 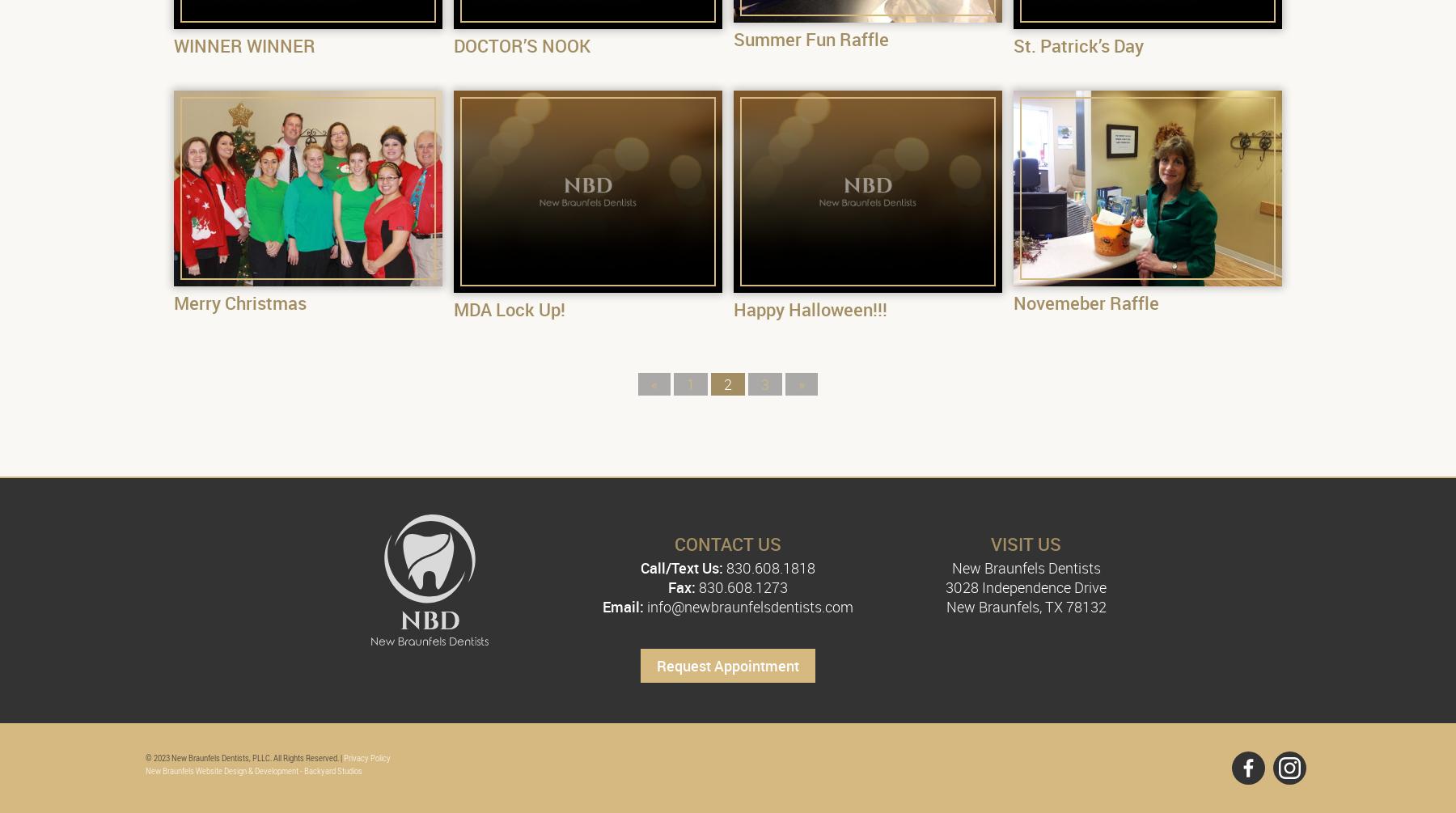 I want to click on 'Fax:', so click(x=681, y=587).